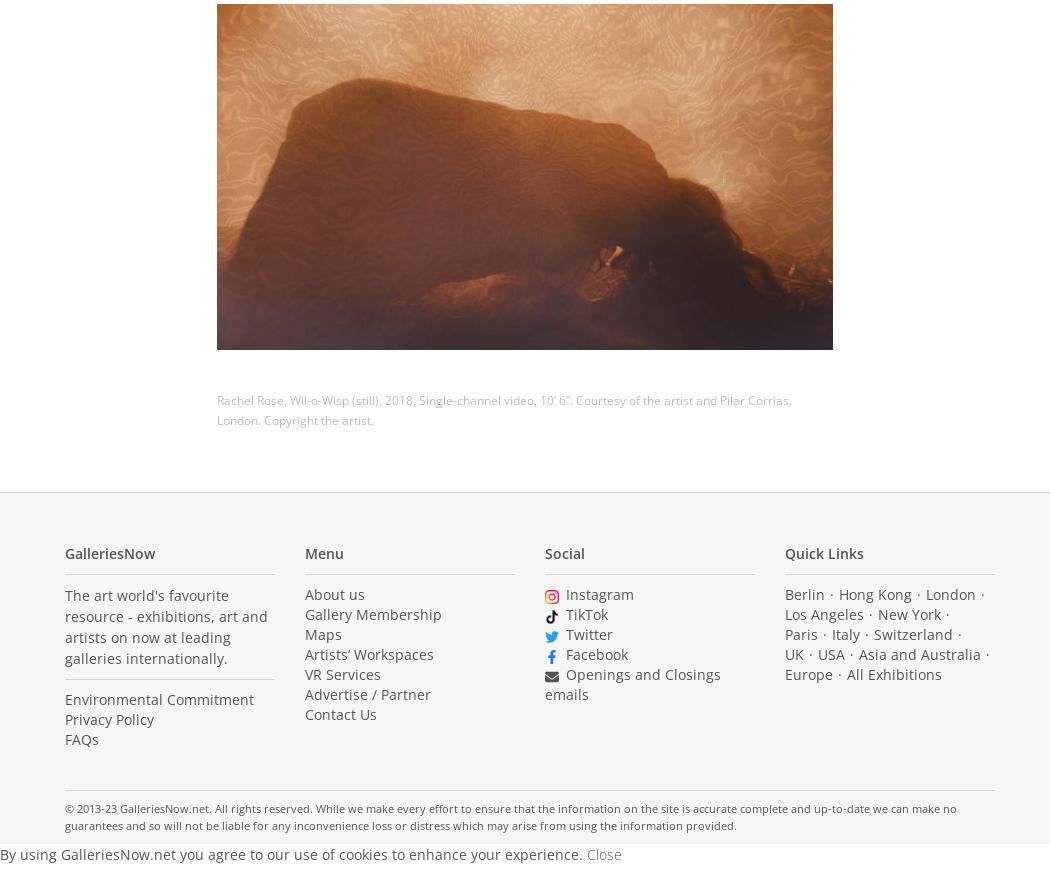 The height and width of the screenshot is (874, 1050). What do you see at coordinates (340, 714) in the screenshot?
I see `'Contact Us'` at bounding box center [340, 714].